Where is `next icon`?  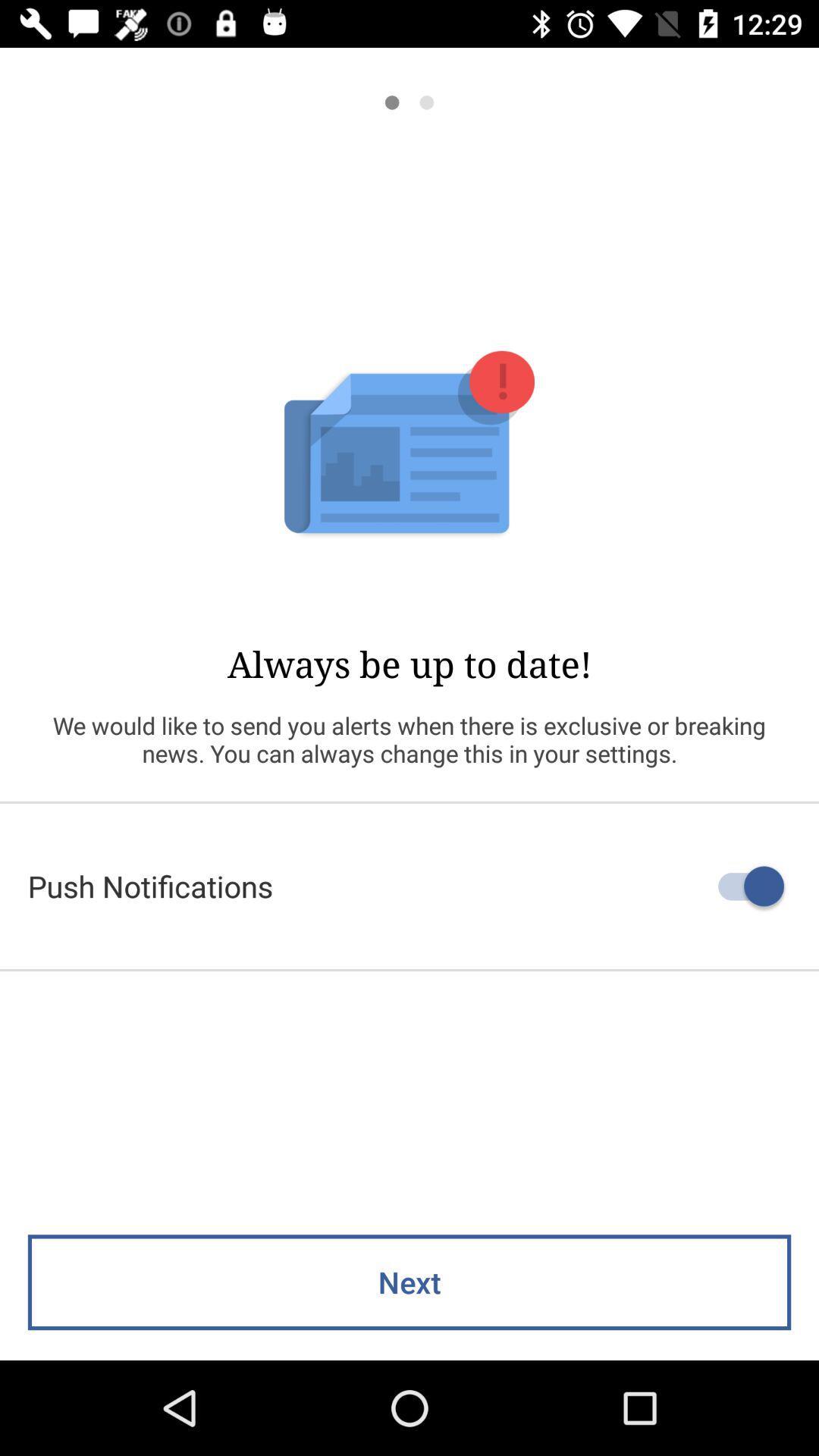
next icon is located at coordinates (409, 1282).